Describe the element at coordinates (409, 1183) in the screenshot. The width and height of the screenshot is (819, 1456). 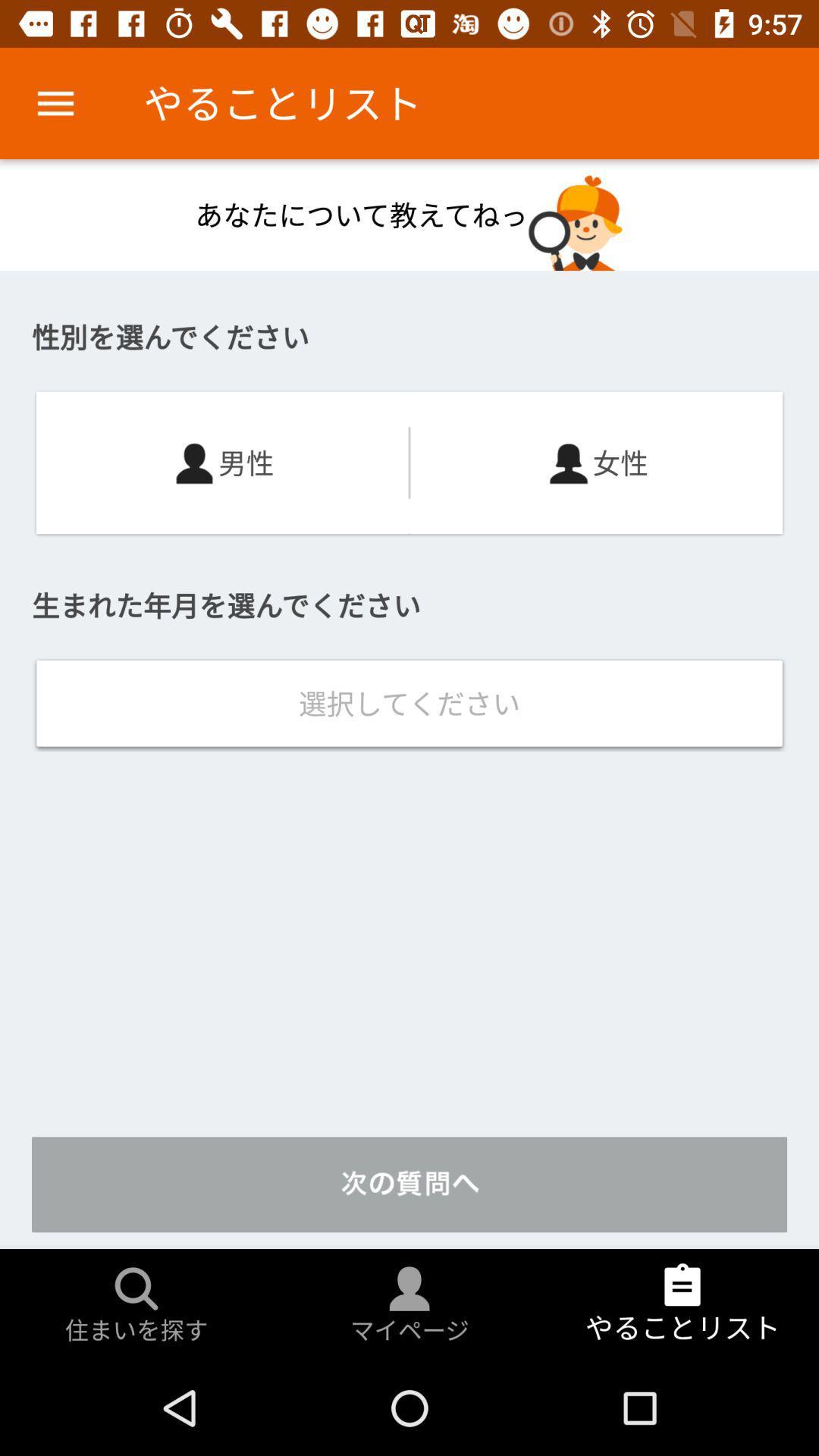
I see `the text which is just above the search icon` at that location.